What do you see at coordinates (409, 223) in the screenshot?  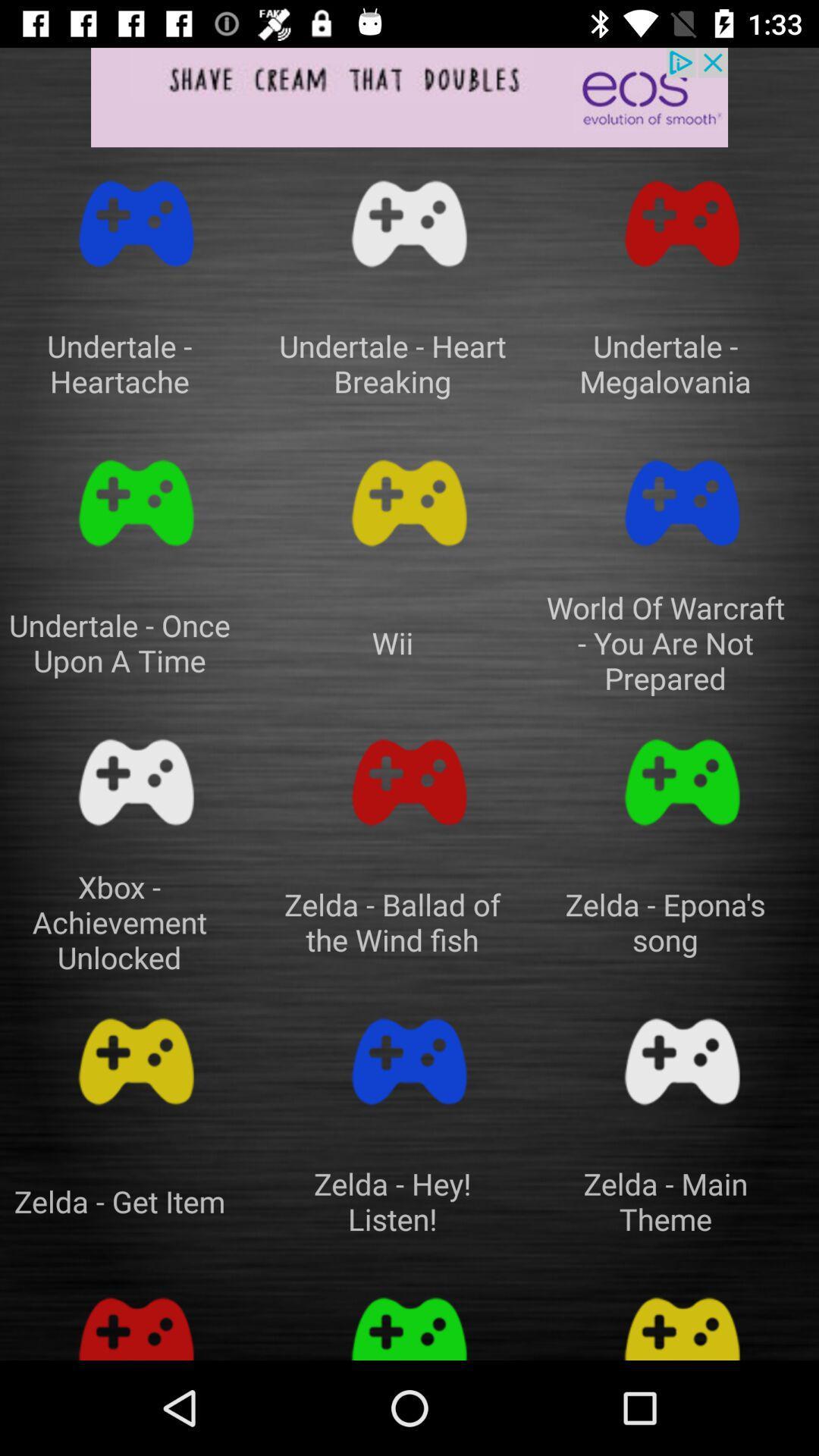 I see `undertale heart breaking` at bounding box center [409, 223].